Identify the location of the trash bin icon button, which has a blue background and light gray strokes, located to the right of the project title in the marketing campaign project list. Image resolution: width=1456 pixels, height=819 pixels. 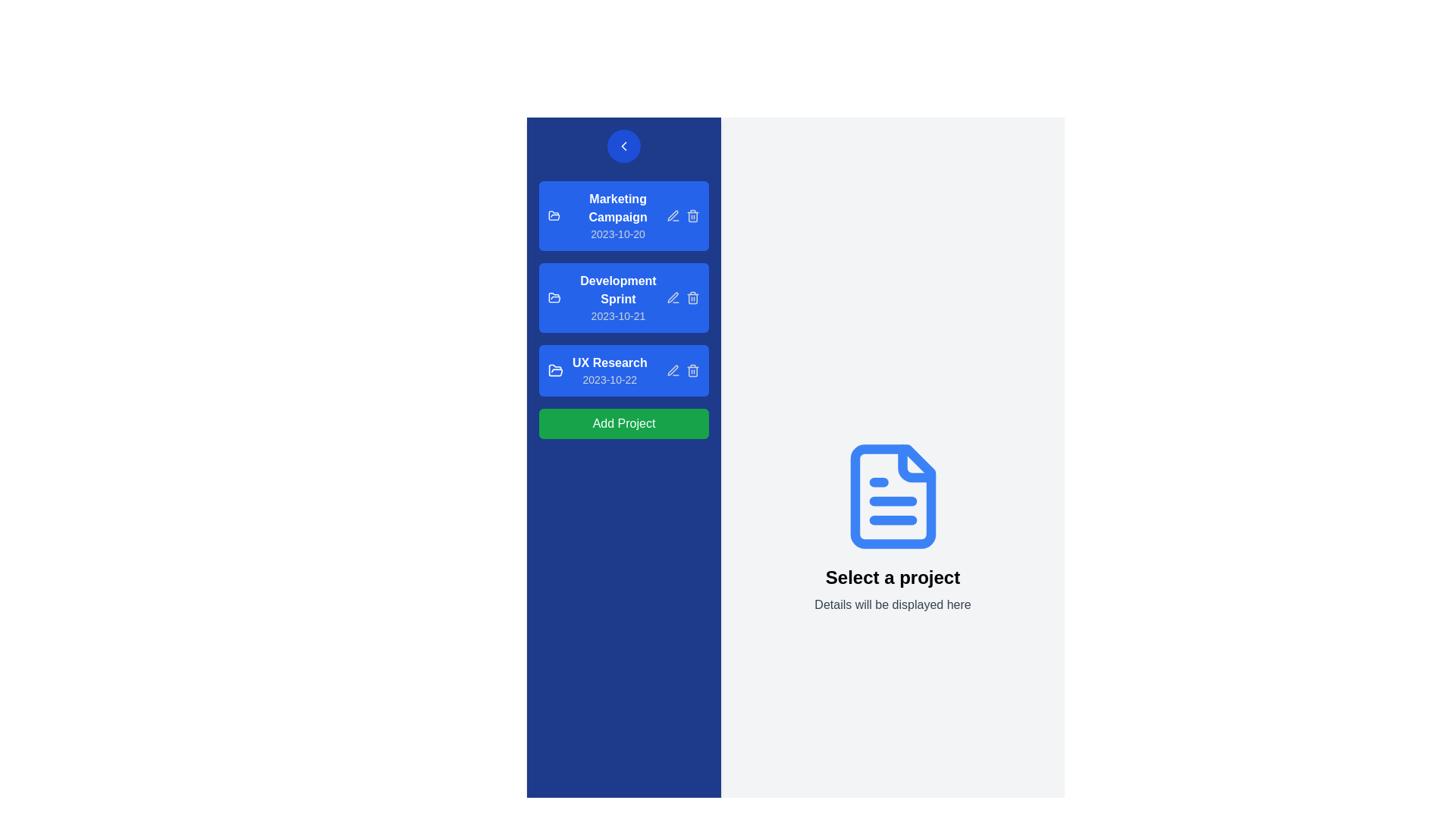
(692, 216).